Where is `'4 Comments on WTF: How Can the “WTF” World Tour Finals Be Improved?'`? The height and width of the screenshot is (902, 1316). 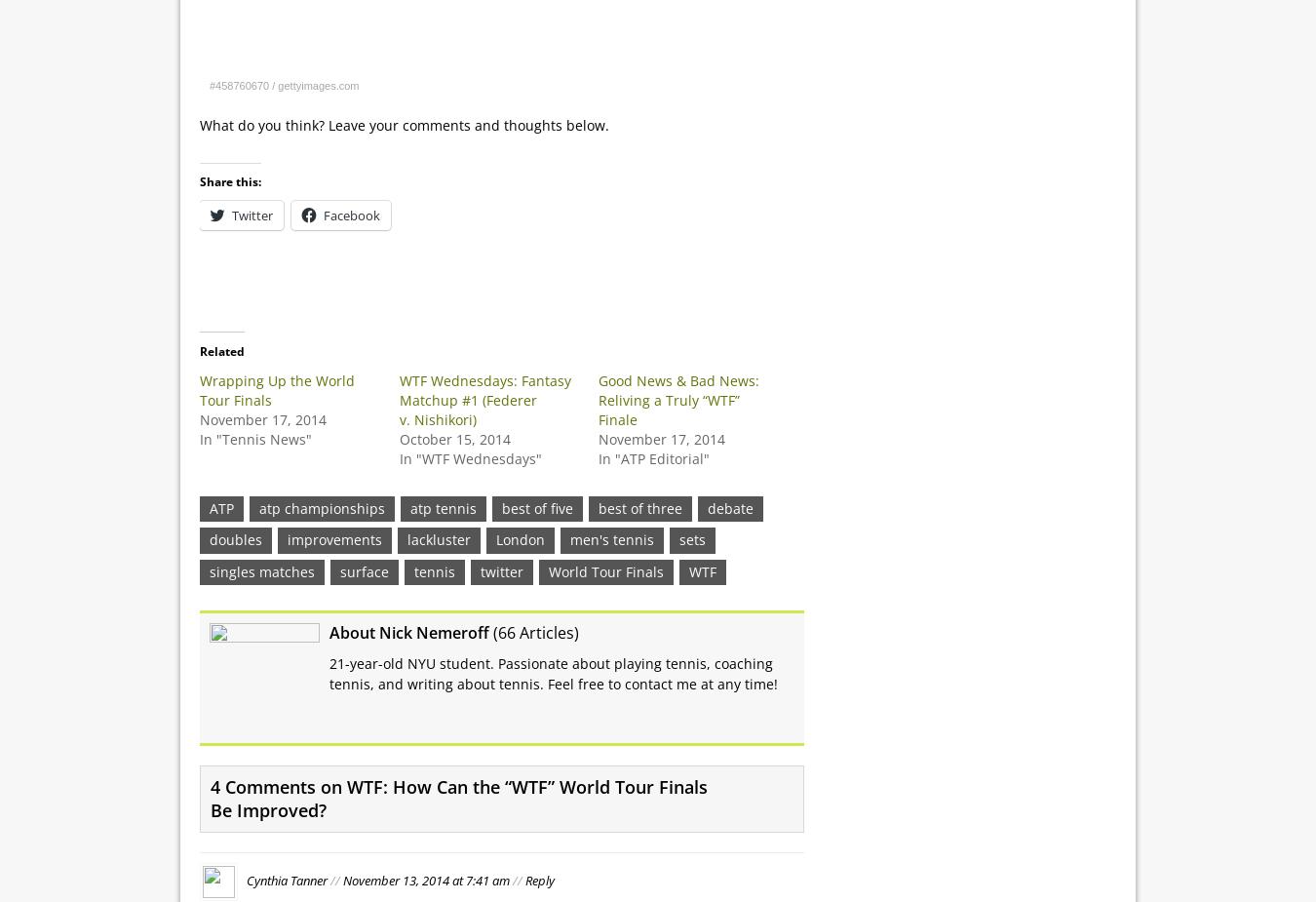 '4 Comments on WTF: How Can the “WTF” World Tour Finals Be Improved?' is located at coordinates (458, 798).